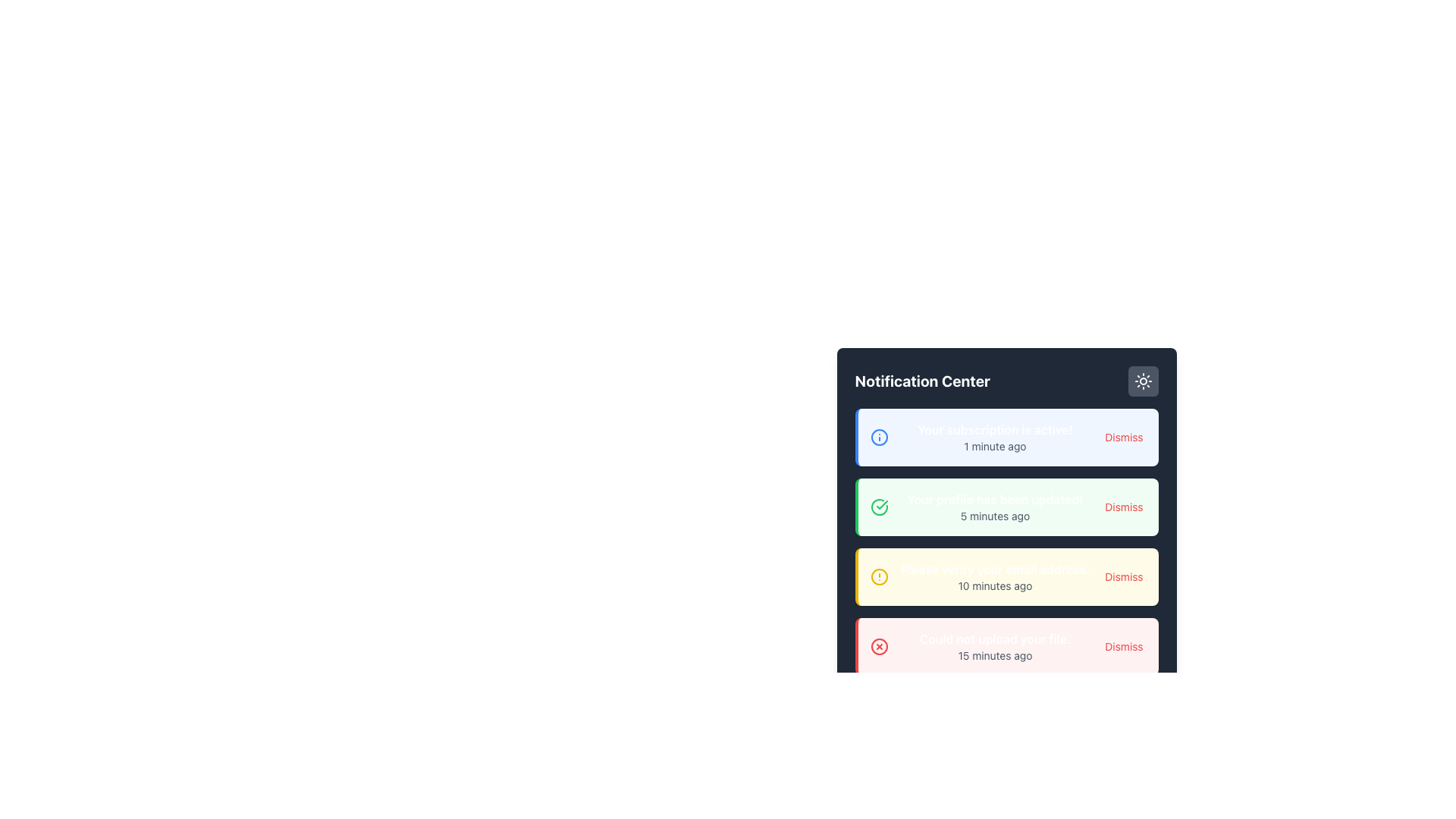 The width and height of the screenshot is (1456, 819). What do you see at coordinates (995, 516) in the screenshot?
I see `the static text label that displays the timestamp for the notification 'Your profile has been updated!', located under the notification text and aligned to its left in the second notification block with a green background` at bounding box center [995, 516].